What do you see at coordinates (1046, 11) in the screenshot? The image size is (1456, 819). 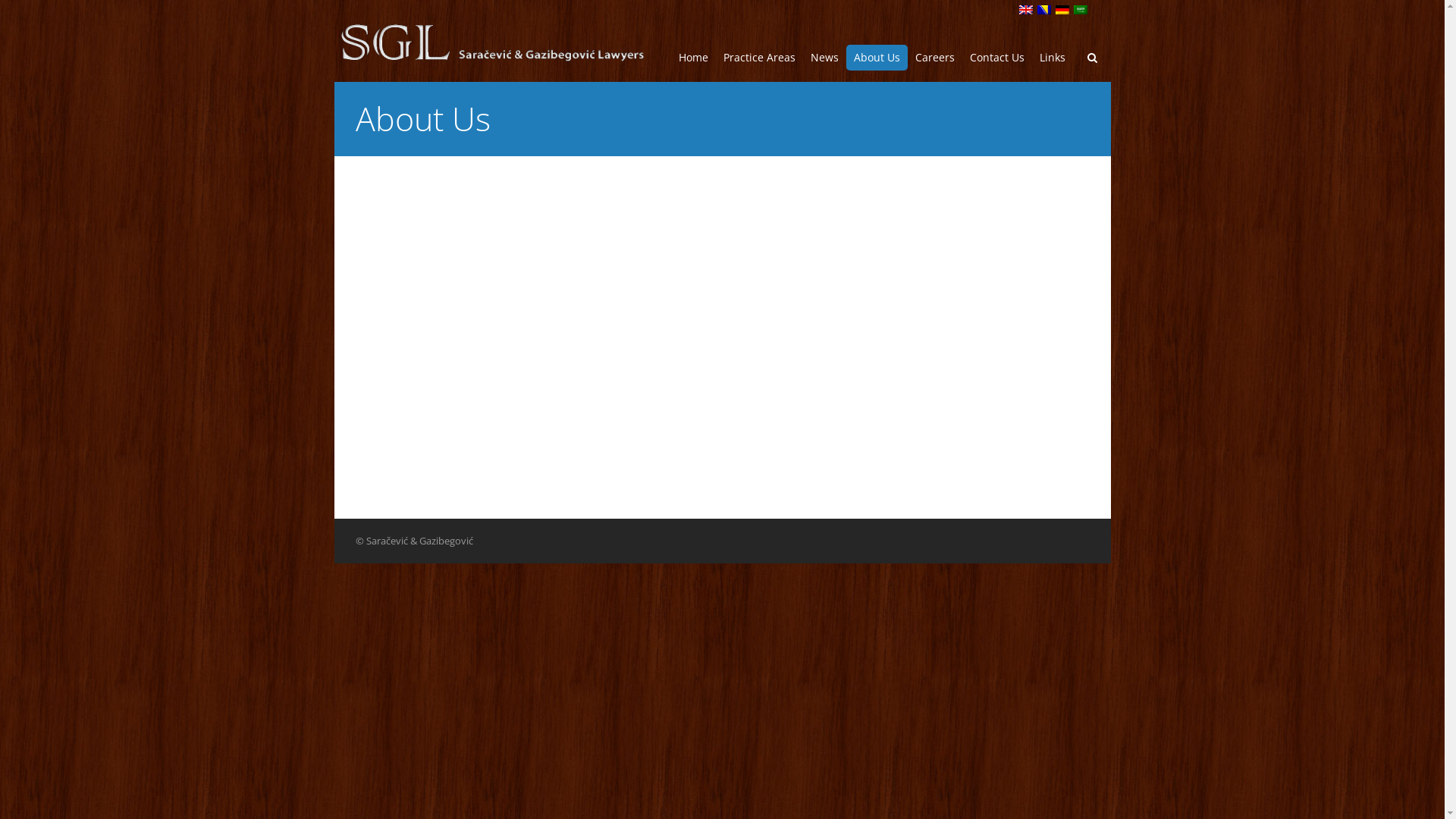 I see `' '` at bounding box center [1046, 11].